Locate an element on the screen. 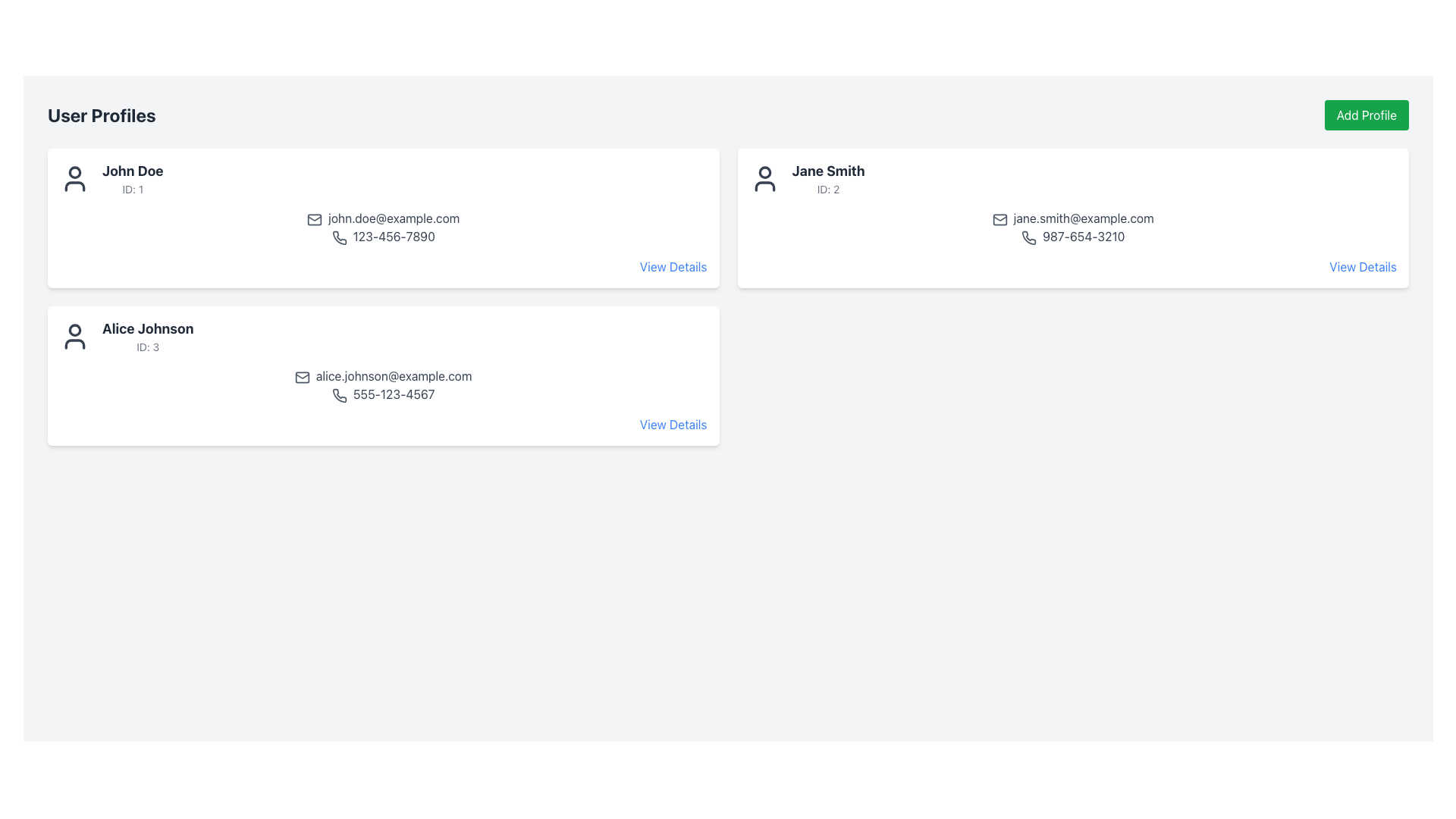 Image resolution: width=1456 pixels, height=819 pixels. the phone icon representing a traditional telephone receiver, located in John Doe's user profile card, to the left of the phone number '123-456-7890' is located at coordinates (338, 237).